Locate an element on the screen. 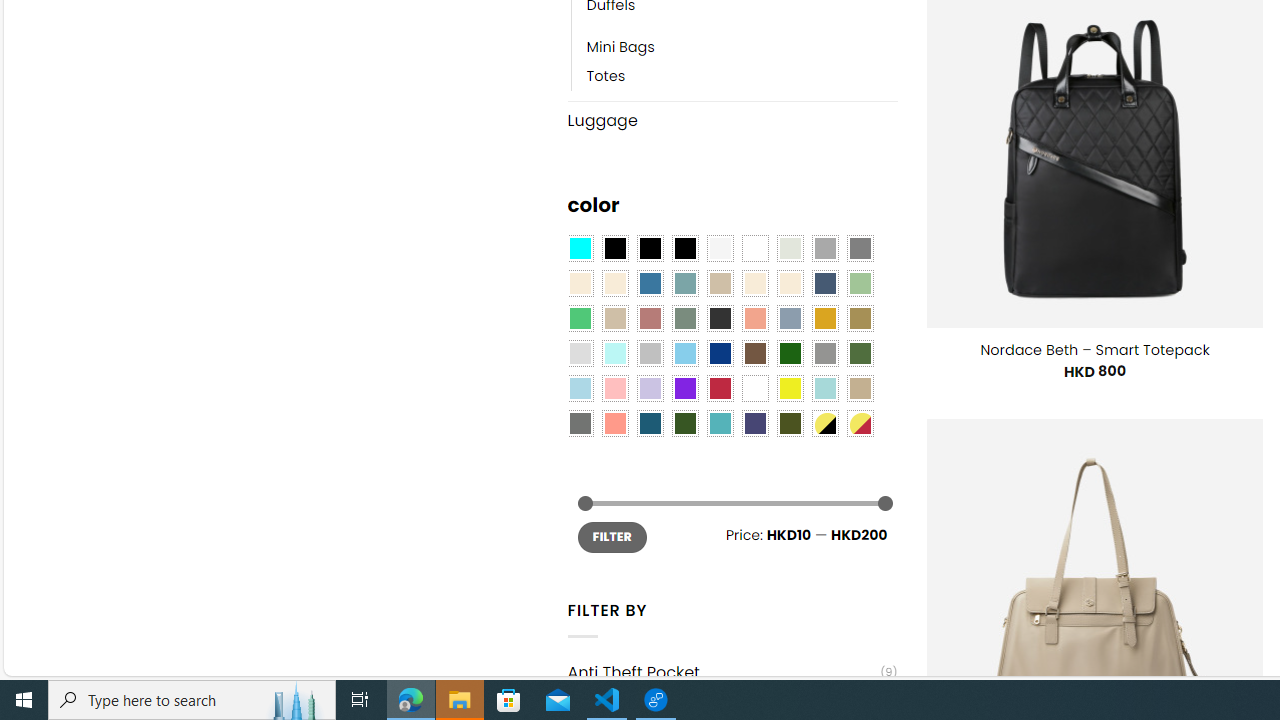 The width and height of the screenshot is (1280, 720). 'Caramel' is located at coordinates (754, 283).